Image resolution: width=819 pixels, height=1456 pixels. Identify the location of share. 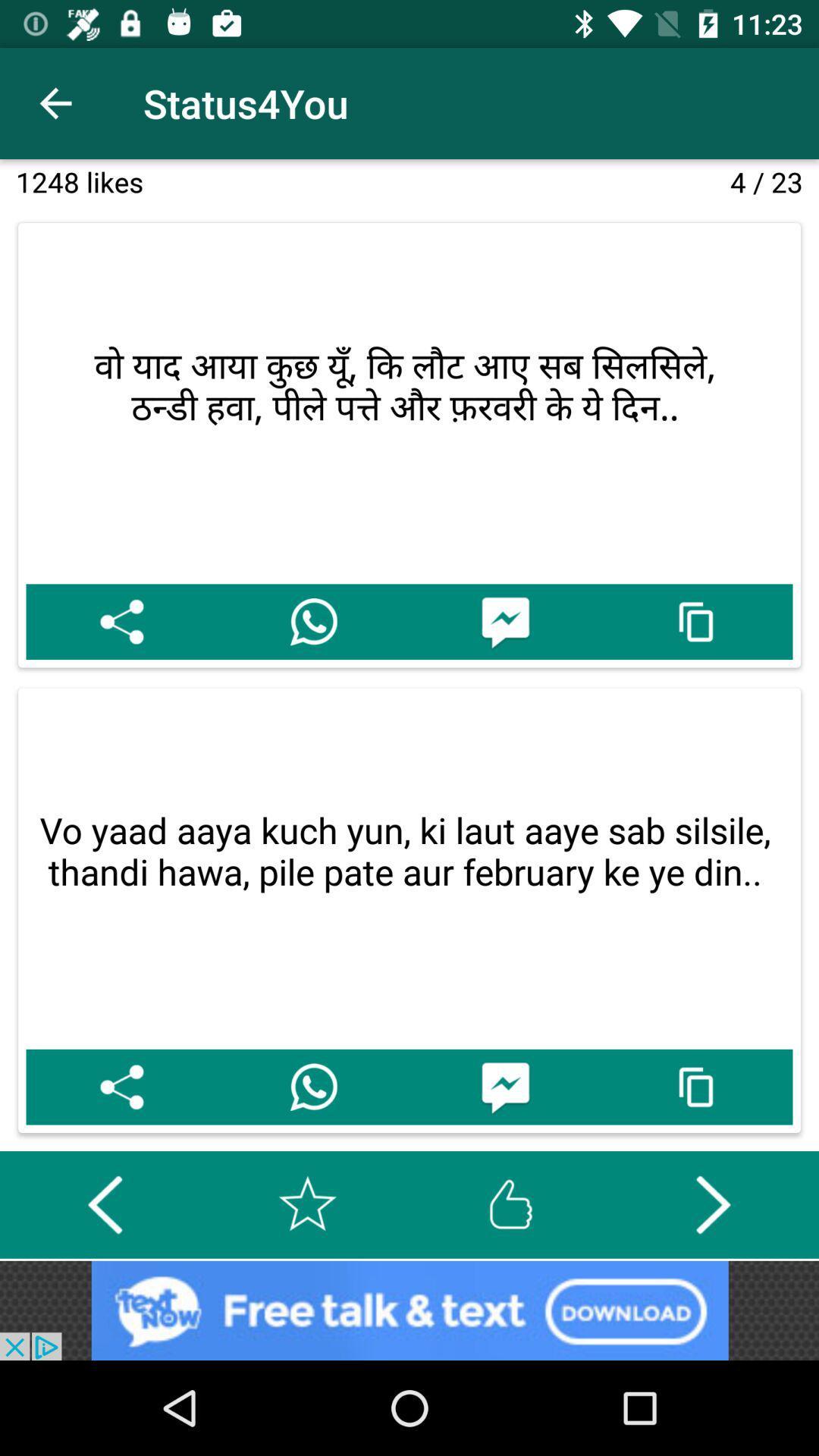
(121, 1086).